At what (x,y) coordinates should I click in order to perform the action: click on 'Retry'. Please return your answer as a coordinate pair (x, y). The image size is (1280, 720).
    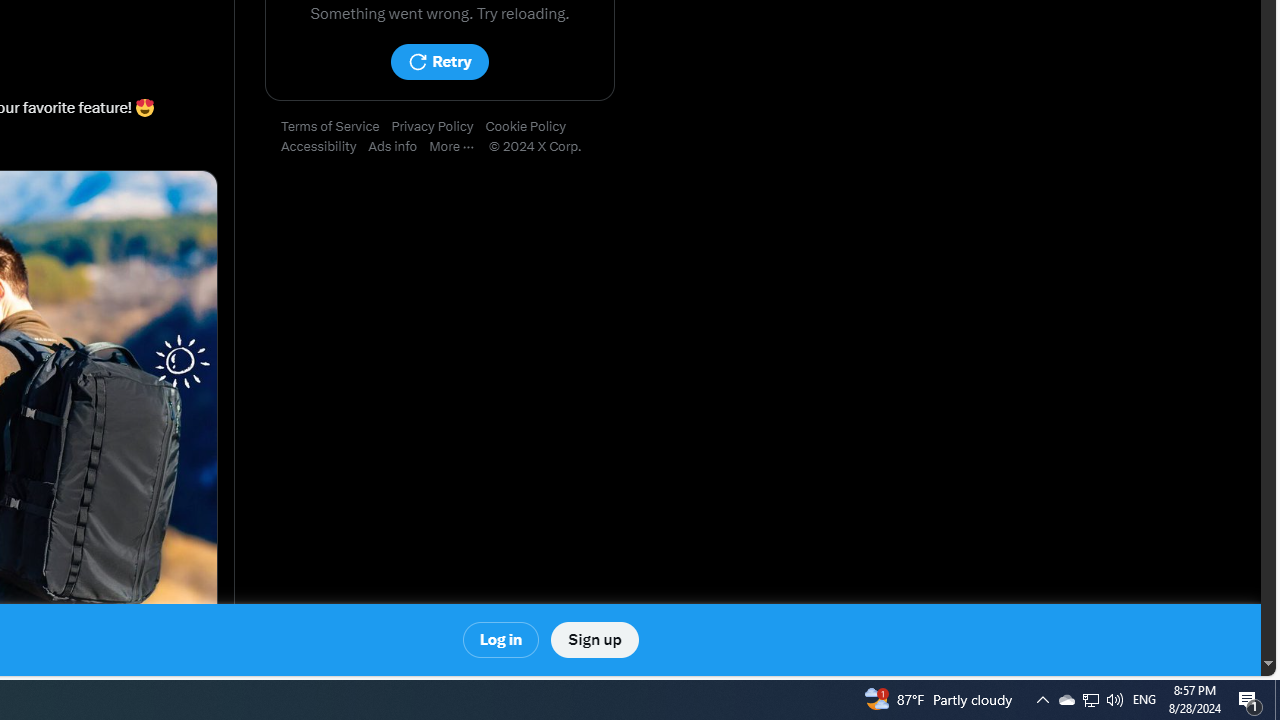
    Looking at the image, I should click on (438, 61).